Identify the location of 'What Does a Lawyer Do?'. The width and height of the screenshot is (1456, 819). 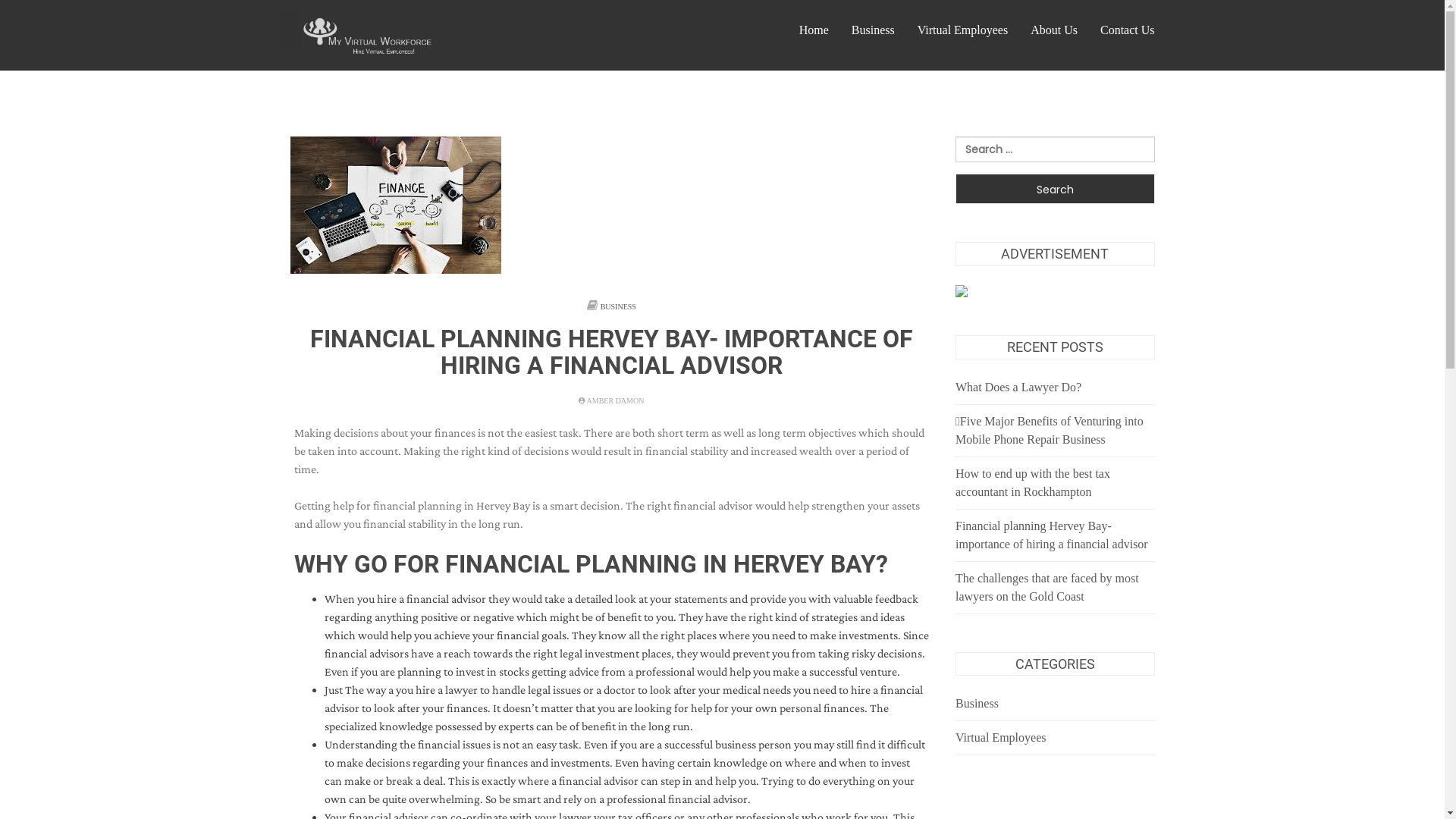
(954, 386).